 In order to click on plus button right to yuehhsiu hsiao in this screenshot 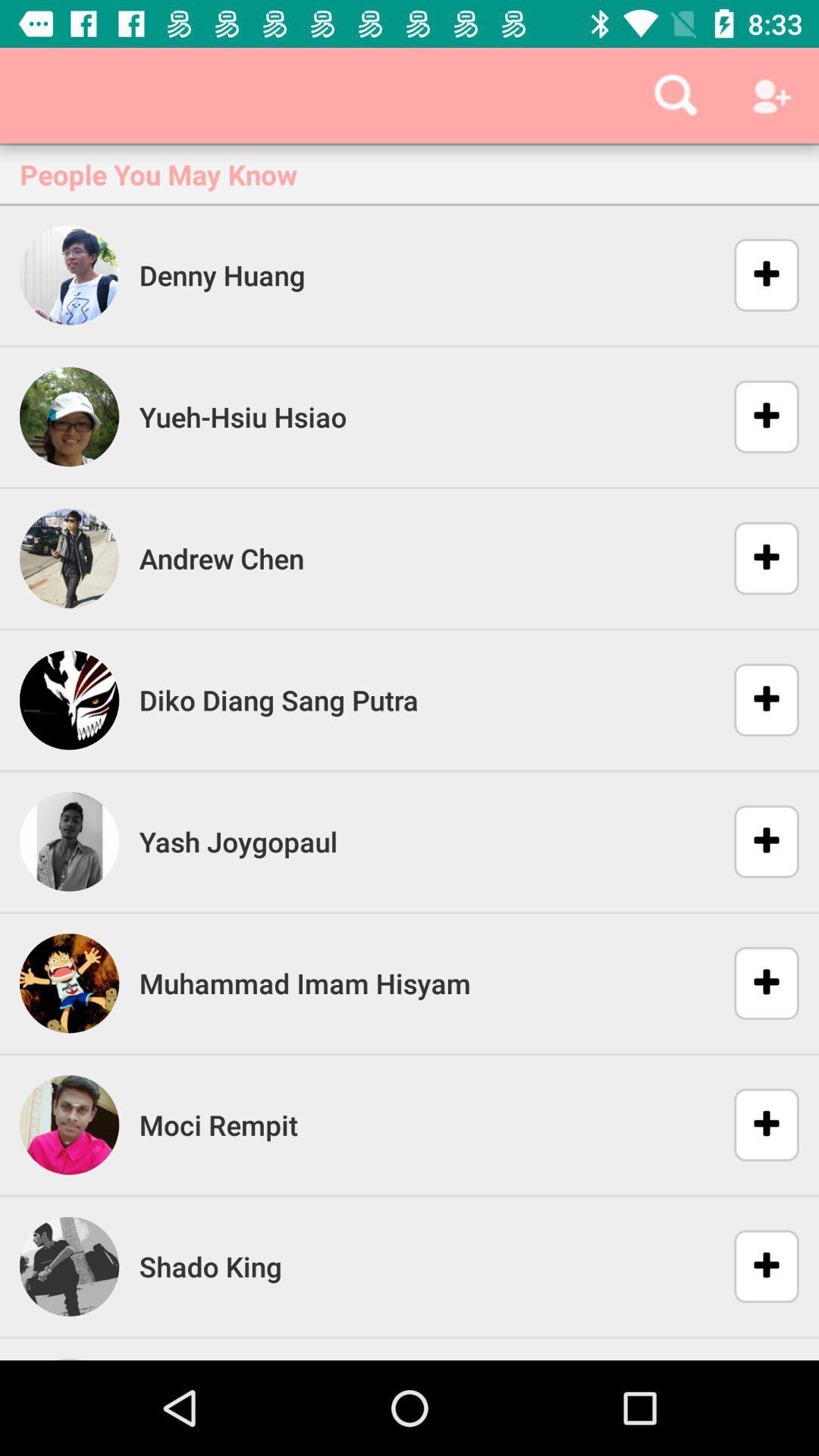, I will do `click(757, 417)`.